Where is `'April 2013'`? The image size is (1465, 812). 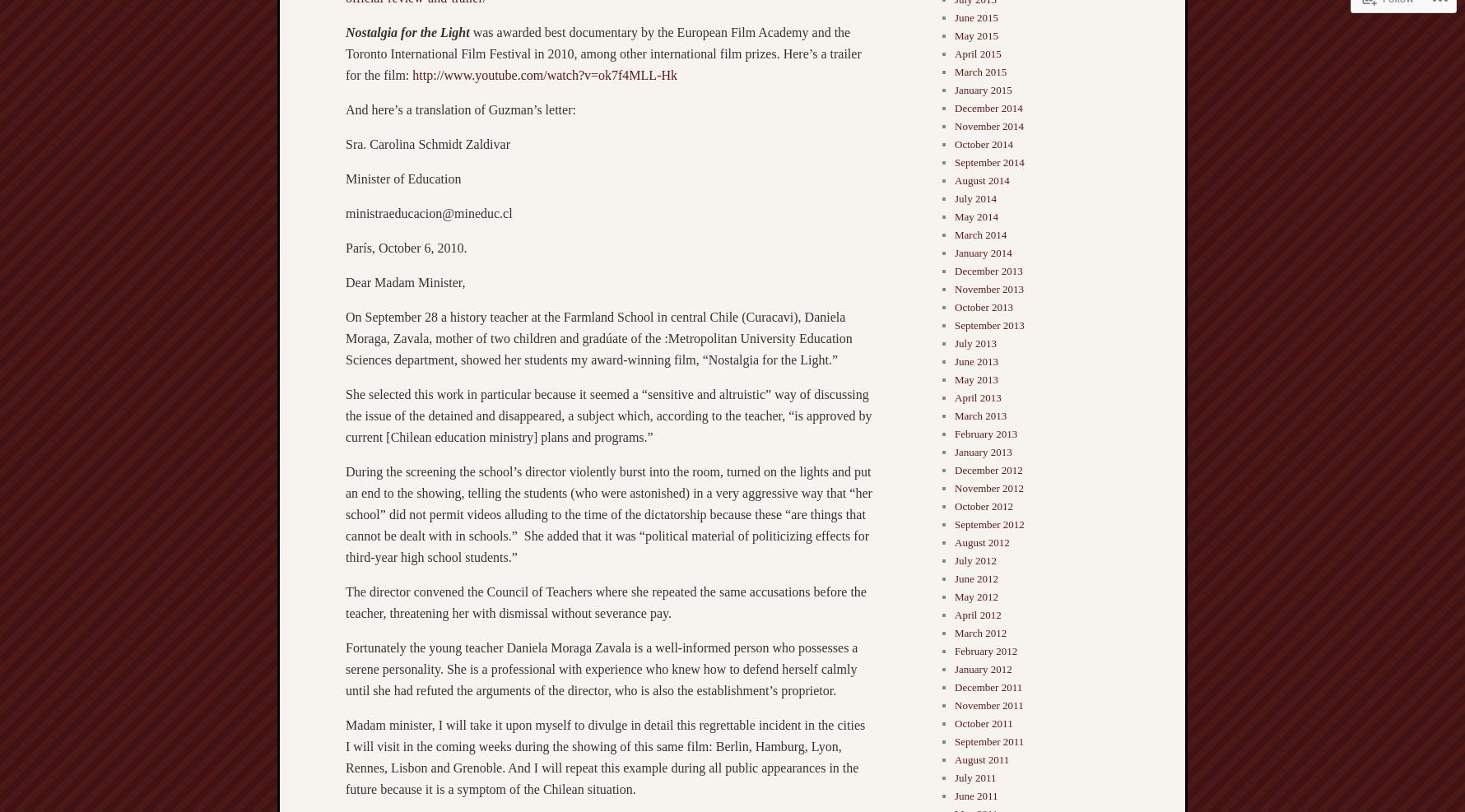
'April 2013' is located at coordinates (954, 396).